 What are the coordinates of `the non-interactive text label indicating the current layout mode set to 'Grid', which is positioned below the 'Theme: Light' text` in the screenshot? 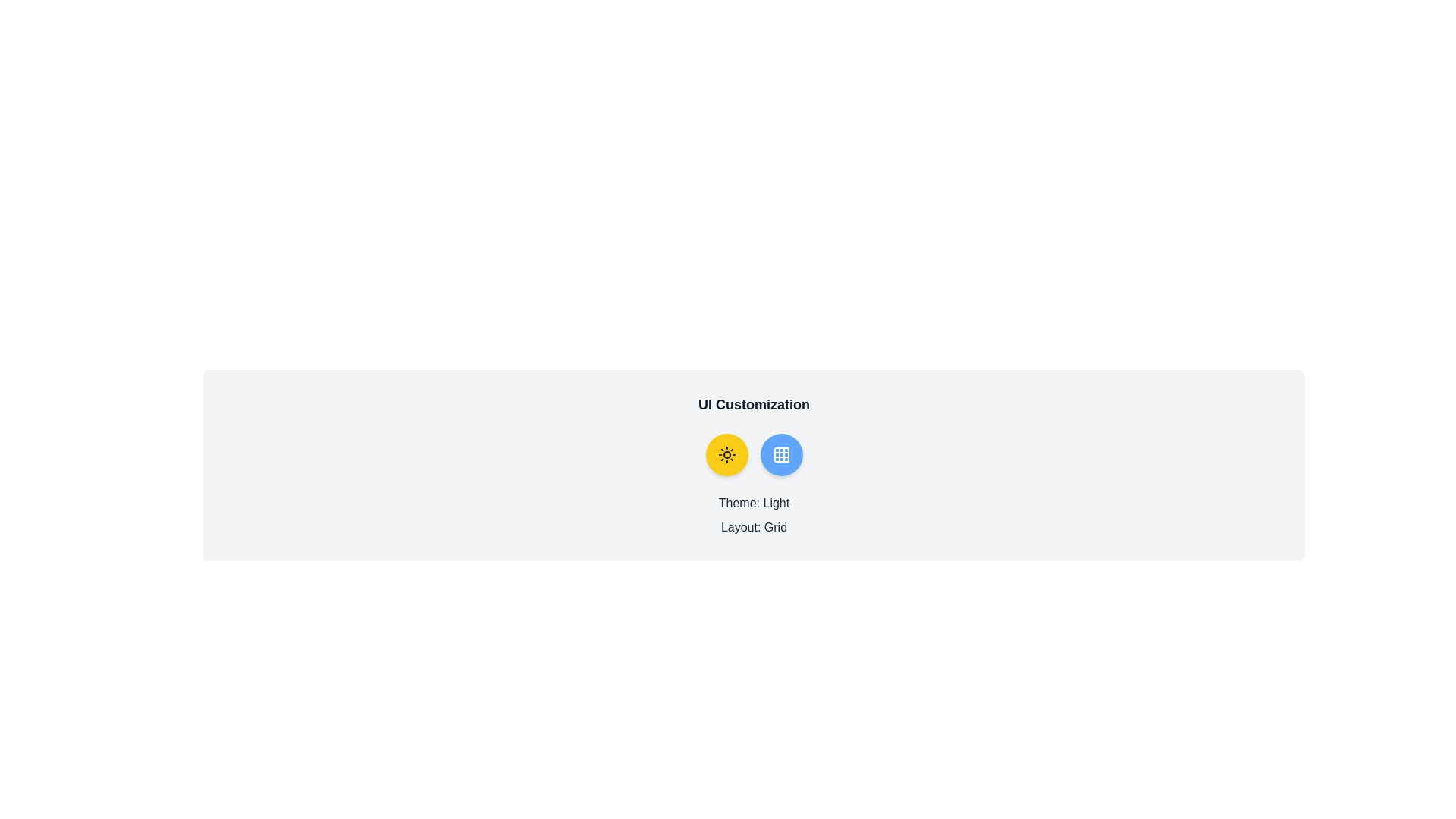 It's located at (754, 526).